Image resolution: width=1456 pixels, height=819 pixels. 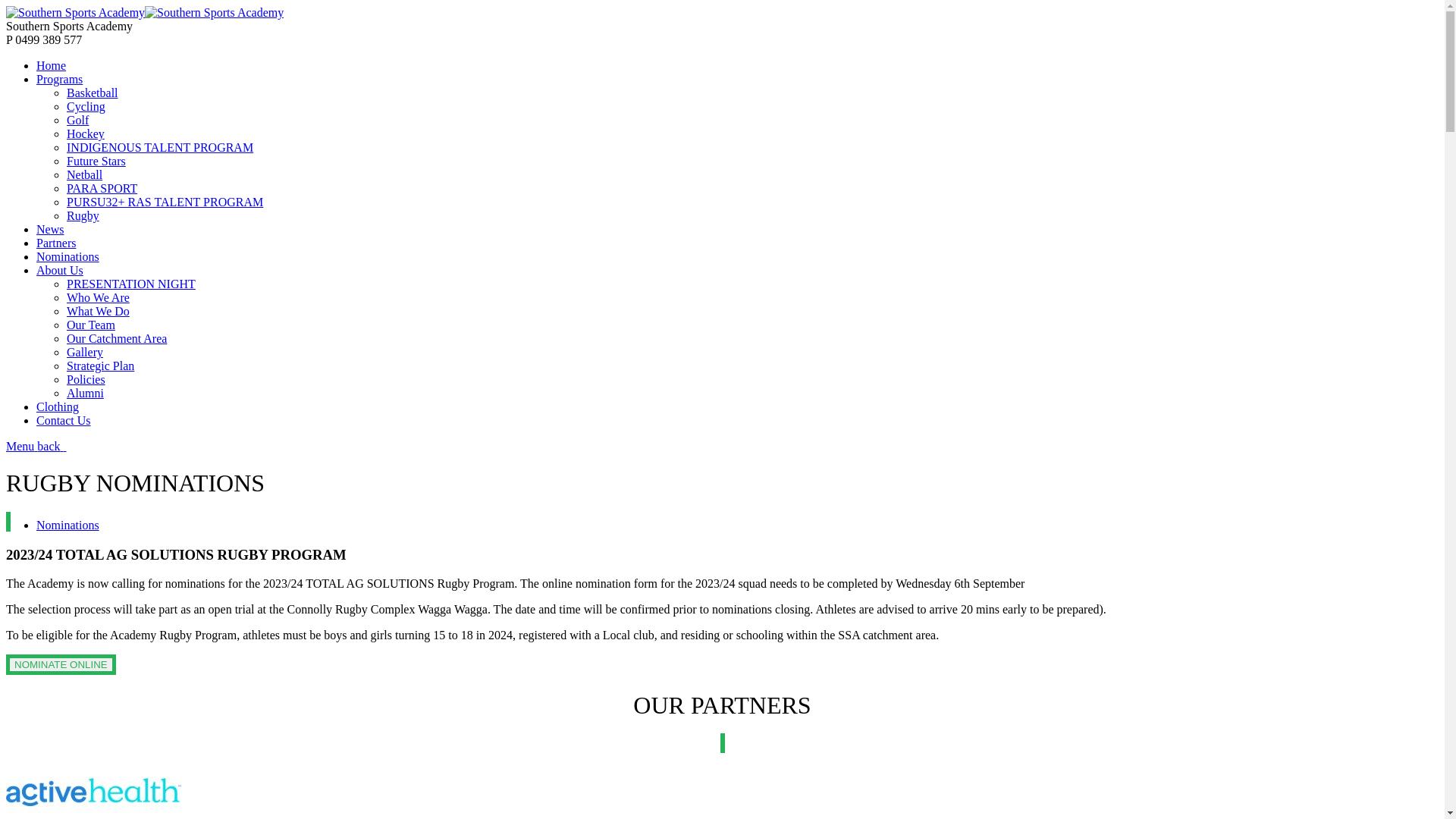 What do you see at coordinates (95, 161) in the screenshot?
I see `'Future Stars'` at bounding box center [95, 161].